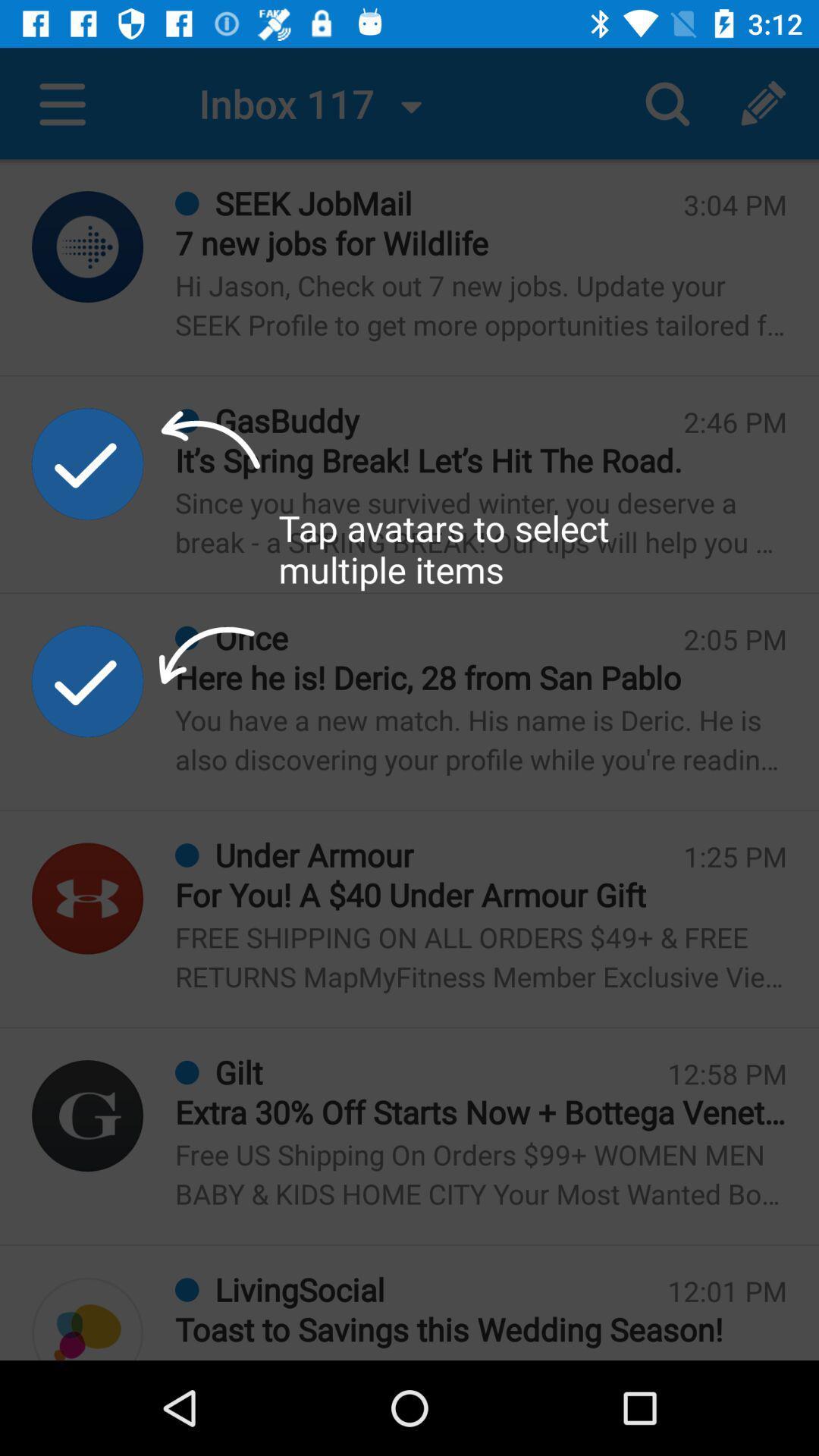  I want to click on item, so click(87, 680).